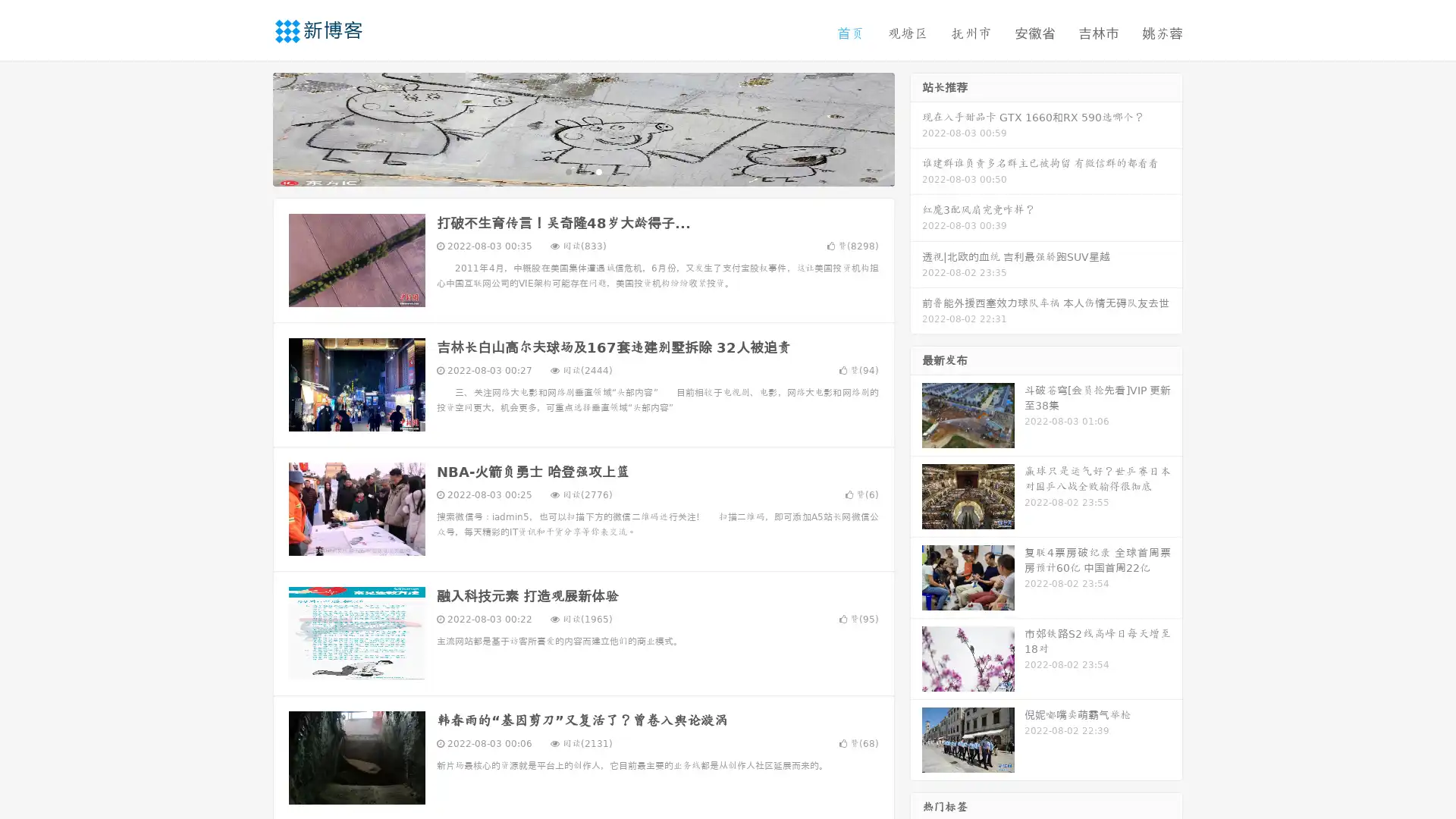 Image resolution: width=1456 pixels, height=819 pixels. What do you see at coordinates (916, 127) in the screenshot?
I see `Next slide` at bounding box center [916, 127].